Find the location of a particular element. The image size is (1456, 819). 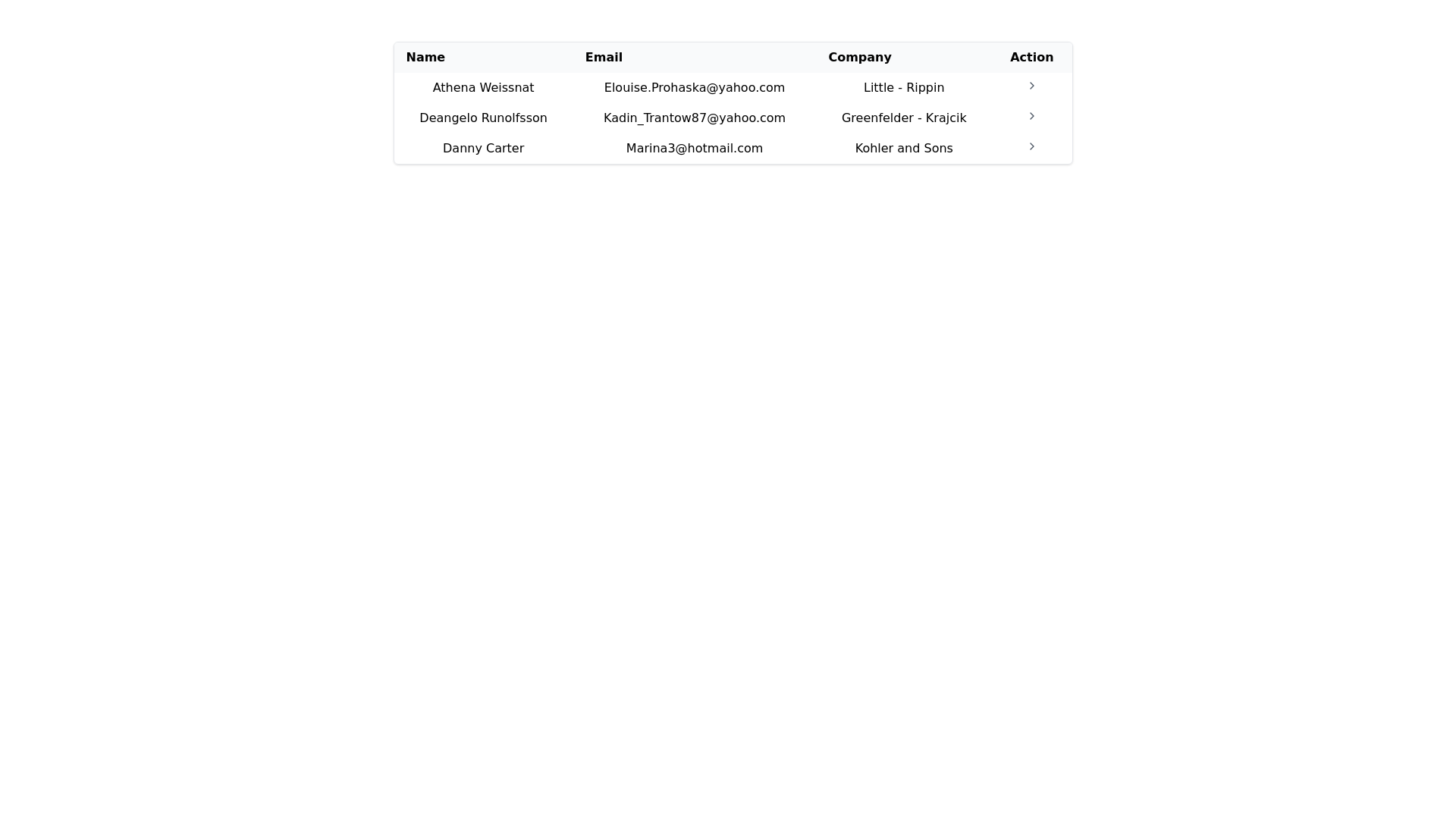

the navigational icon button in the 'Action' column corresponding to the entry 'Athena Weissnat' is located at coordinates (1031, 85).